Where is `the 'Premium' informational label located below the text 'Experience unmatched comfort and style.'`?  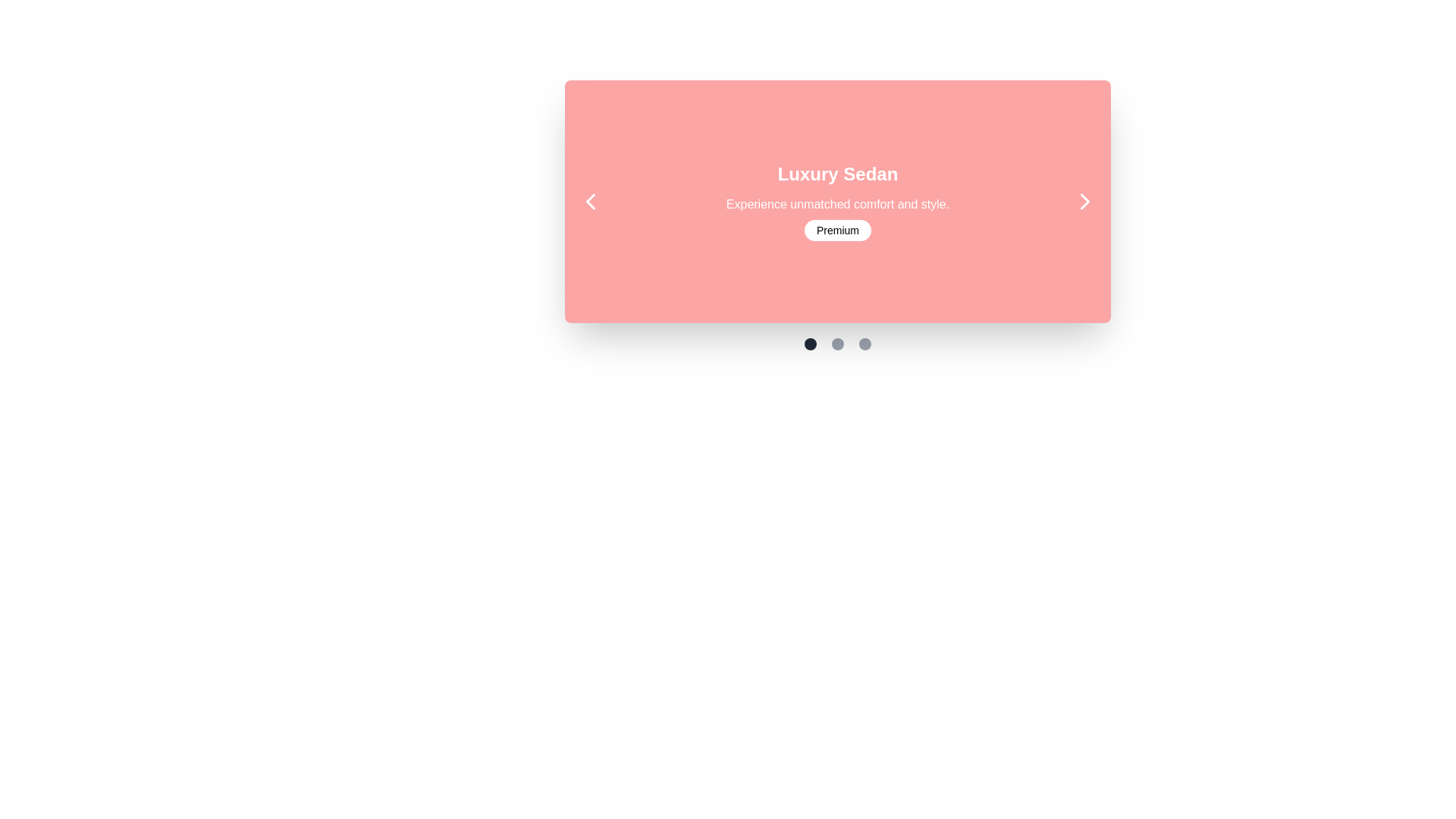
the 'Premium' informational label located below the text 'Experience unmatched comfort and style.' is located at coordinates (836, 231).